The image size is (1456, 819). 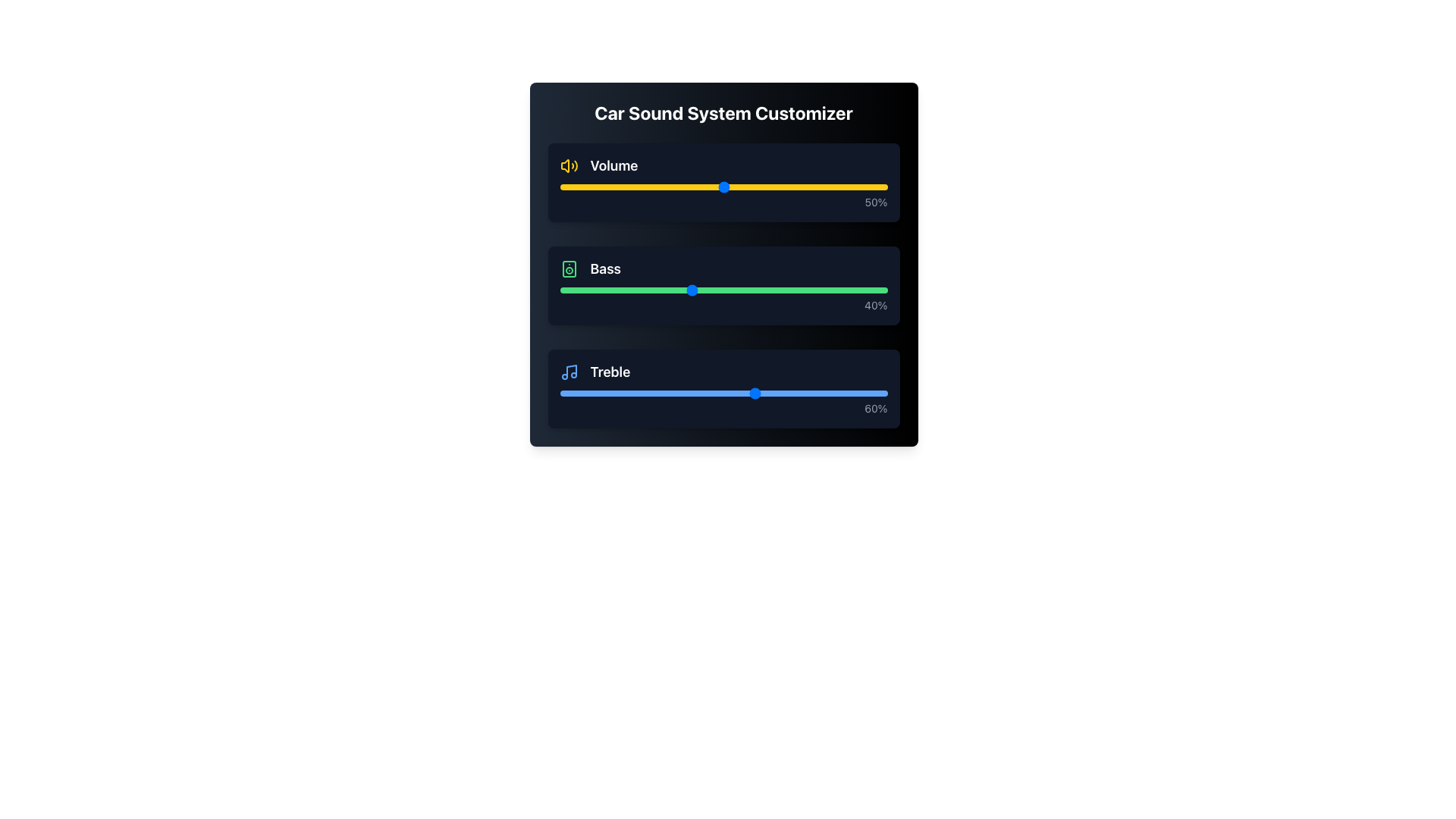 What do you see at coordinates (661, 393) in the screenshot?
I see `the treble level` at bounding box center [661, 393].